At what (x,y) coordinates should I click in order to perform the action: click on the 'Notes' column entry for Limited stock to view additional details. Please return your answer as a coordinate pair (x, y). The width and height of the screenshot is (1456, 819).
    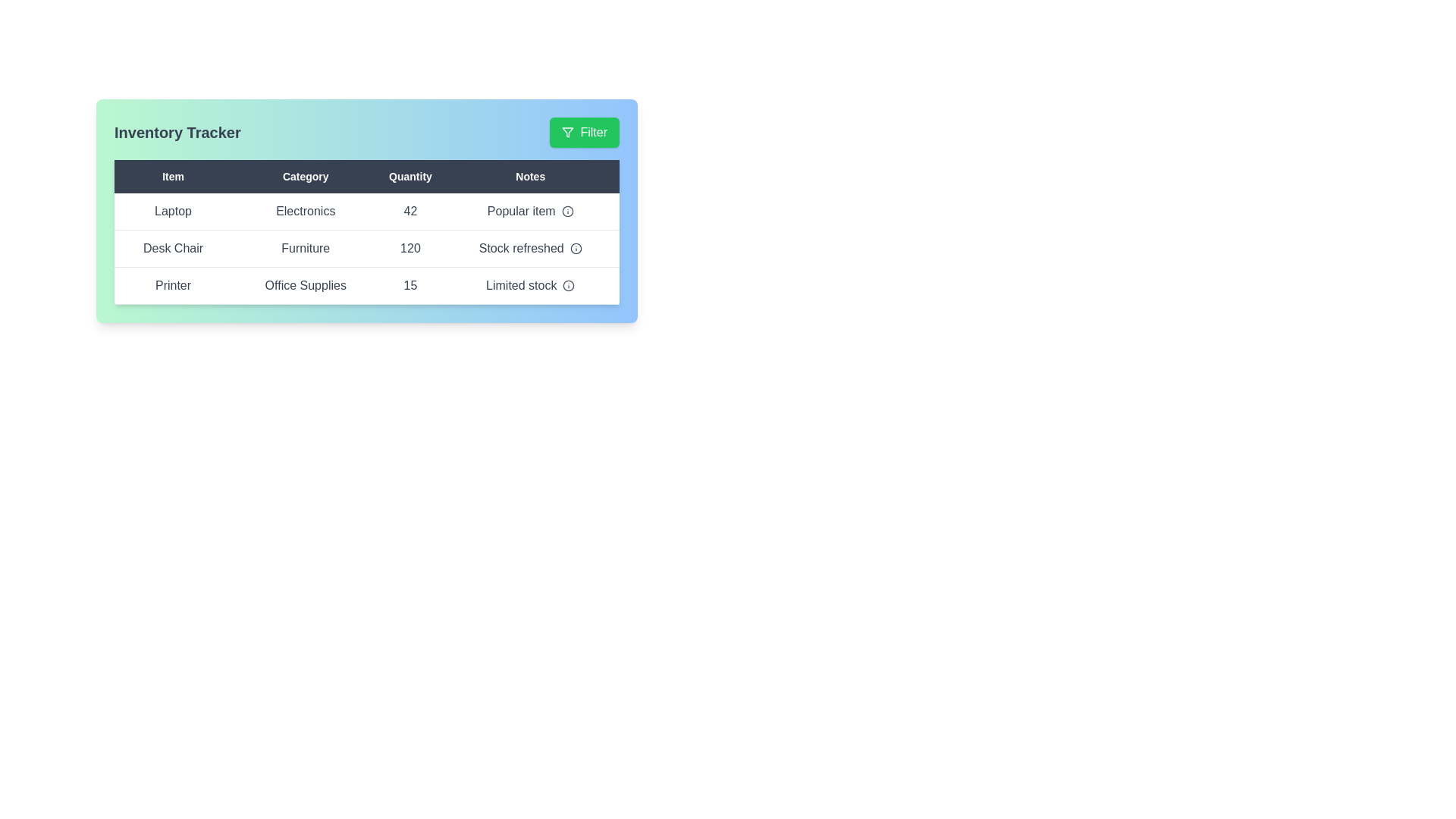
    Looking at the image, I should click on (530, 286).